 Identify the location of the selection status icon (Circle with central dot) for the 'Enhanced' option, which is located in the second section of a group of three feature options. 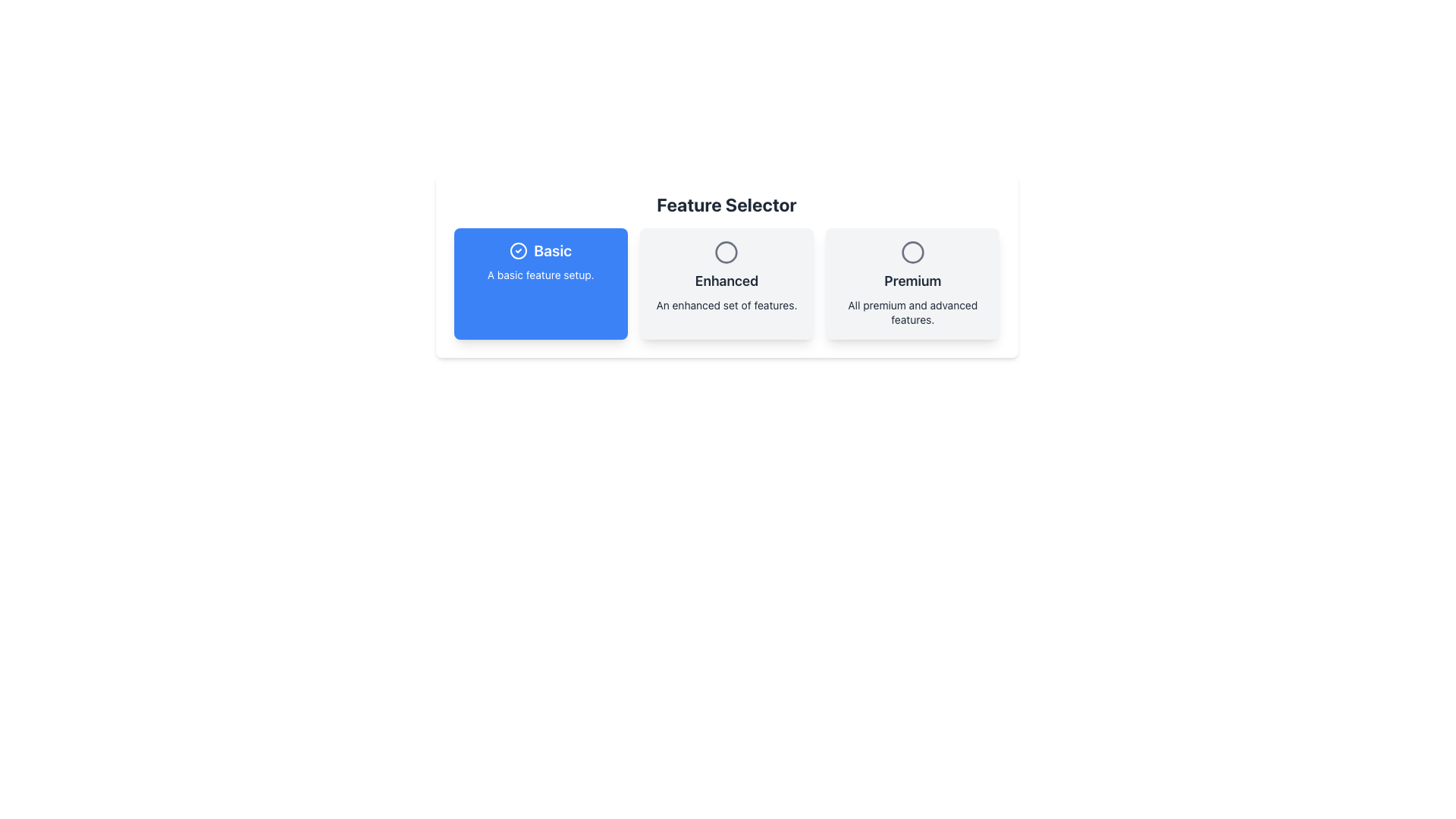
(726, 251).